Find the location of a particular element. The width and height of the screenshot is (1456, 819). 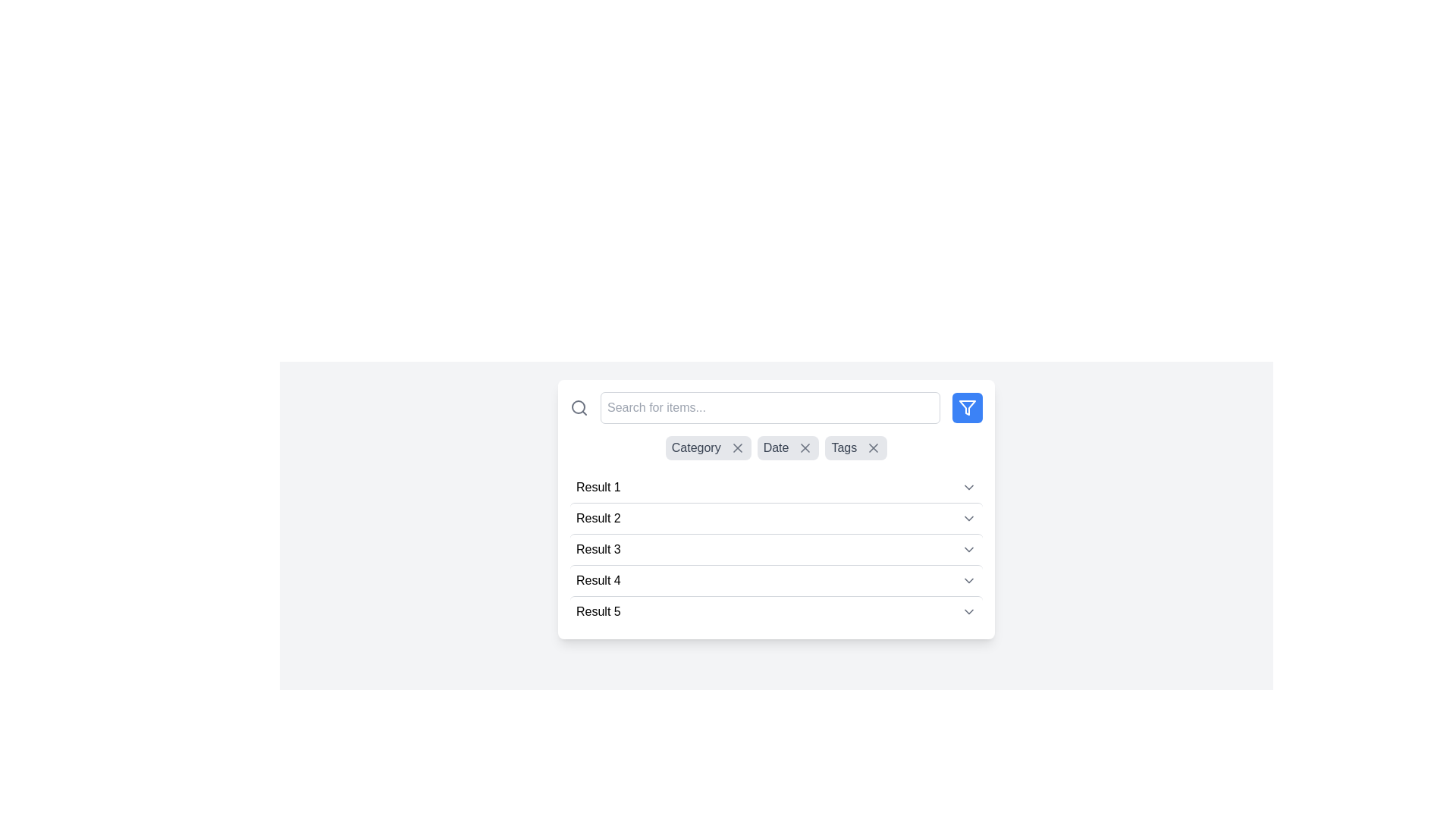

the Icon button located to the right of the 'Date' label is located at coordinates (805, 447).